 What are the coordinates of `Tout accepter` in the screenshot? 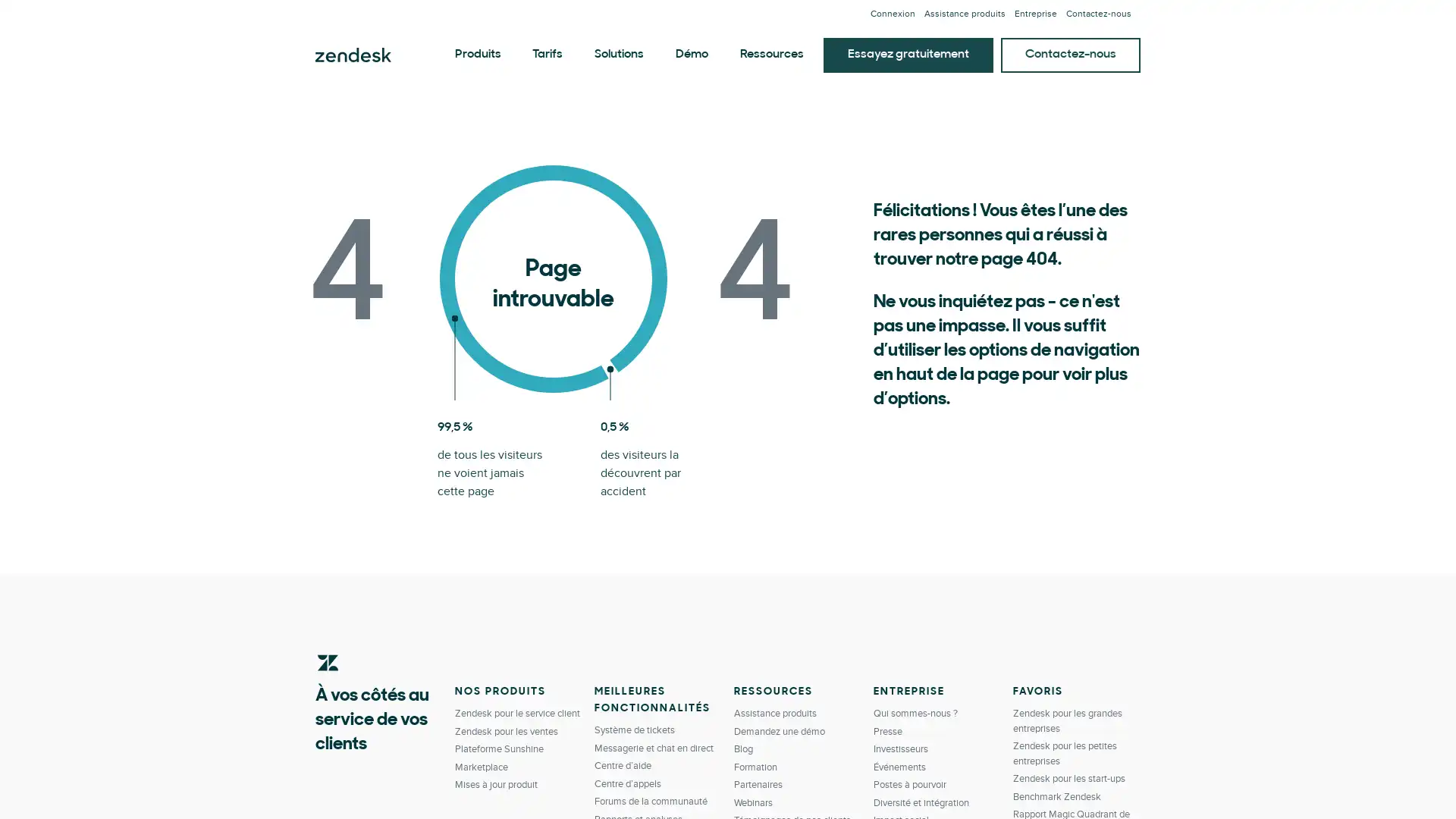 It's located at (1389, 779).